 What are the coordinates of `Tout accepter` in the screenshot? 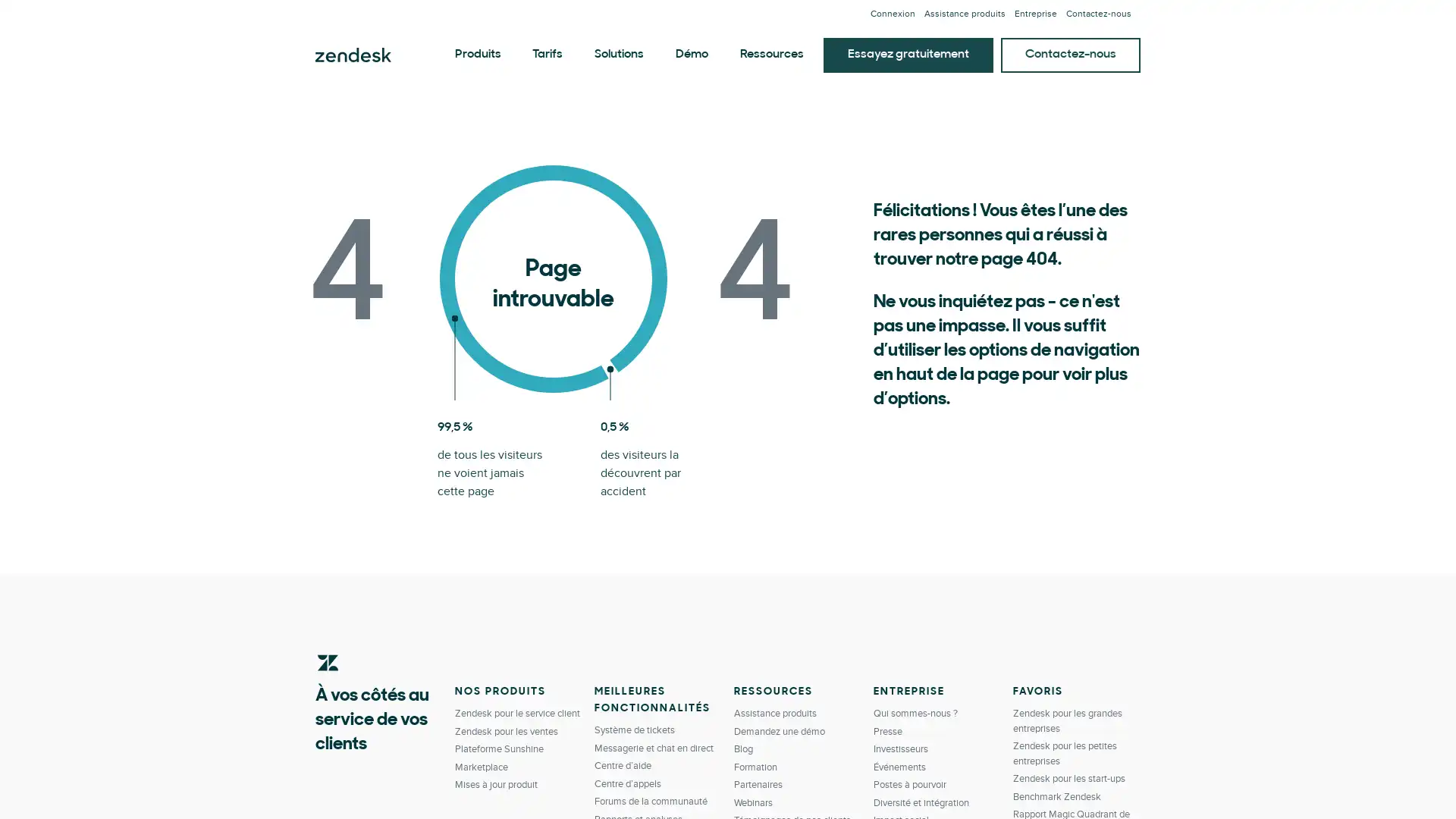 It's located at (1389, 779).